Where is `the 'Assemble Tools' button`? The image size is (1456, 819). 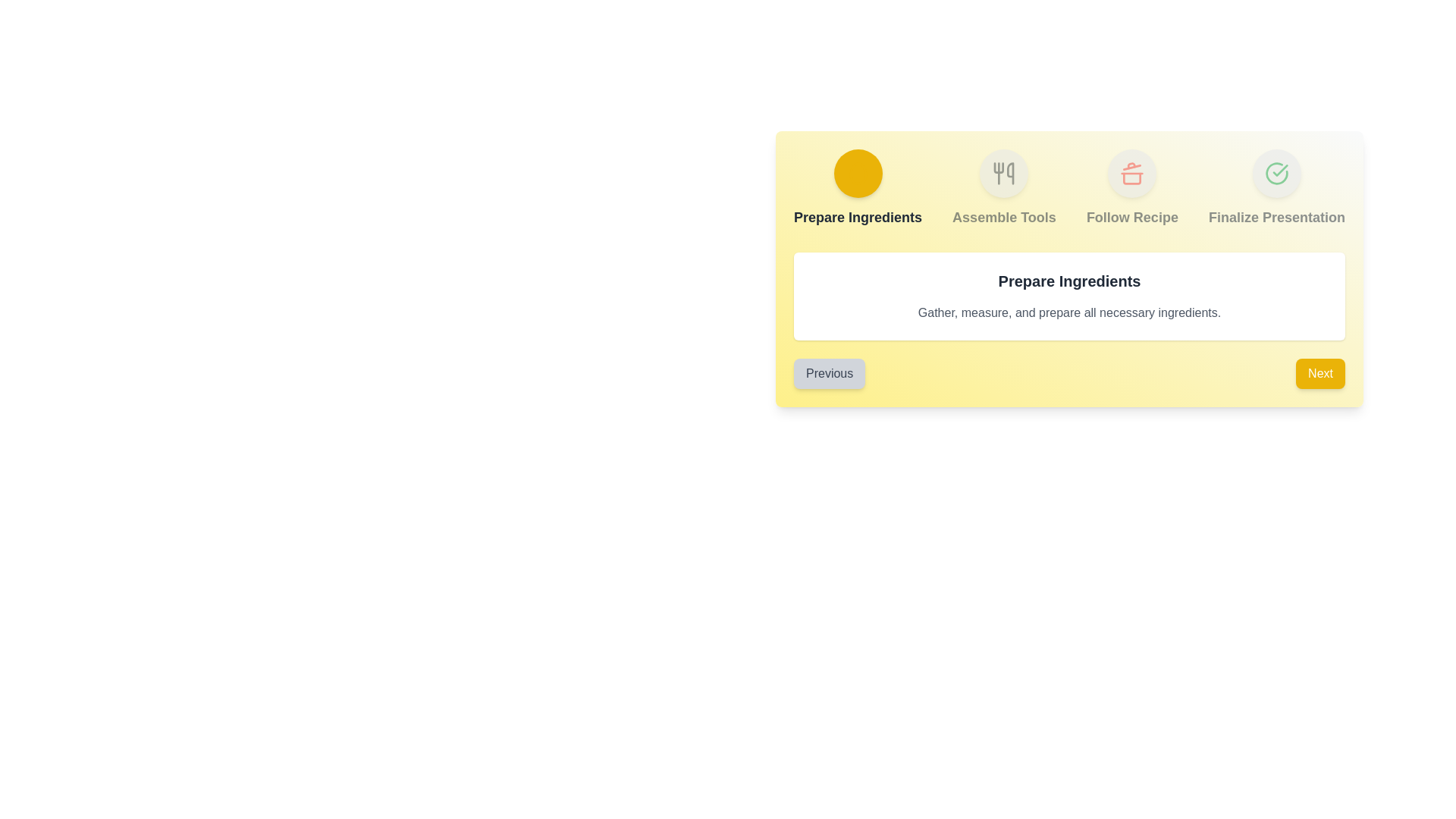 the 'Assemble Tools' button is located at coordinates (1004, 172).